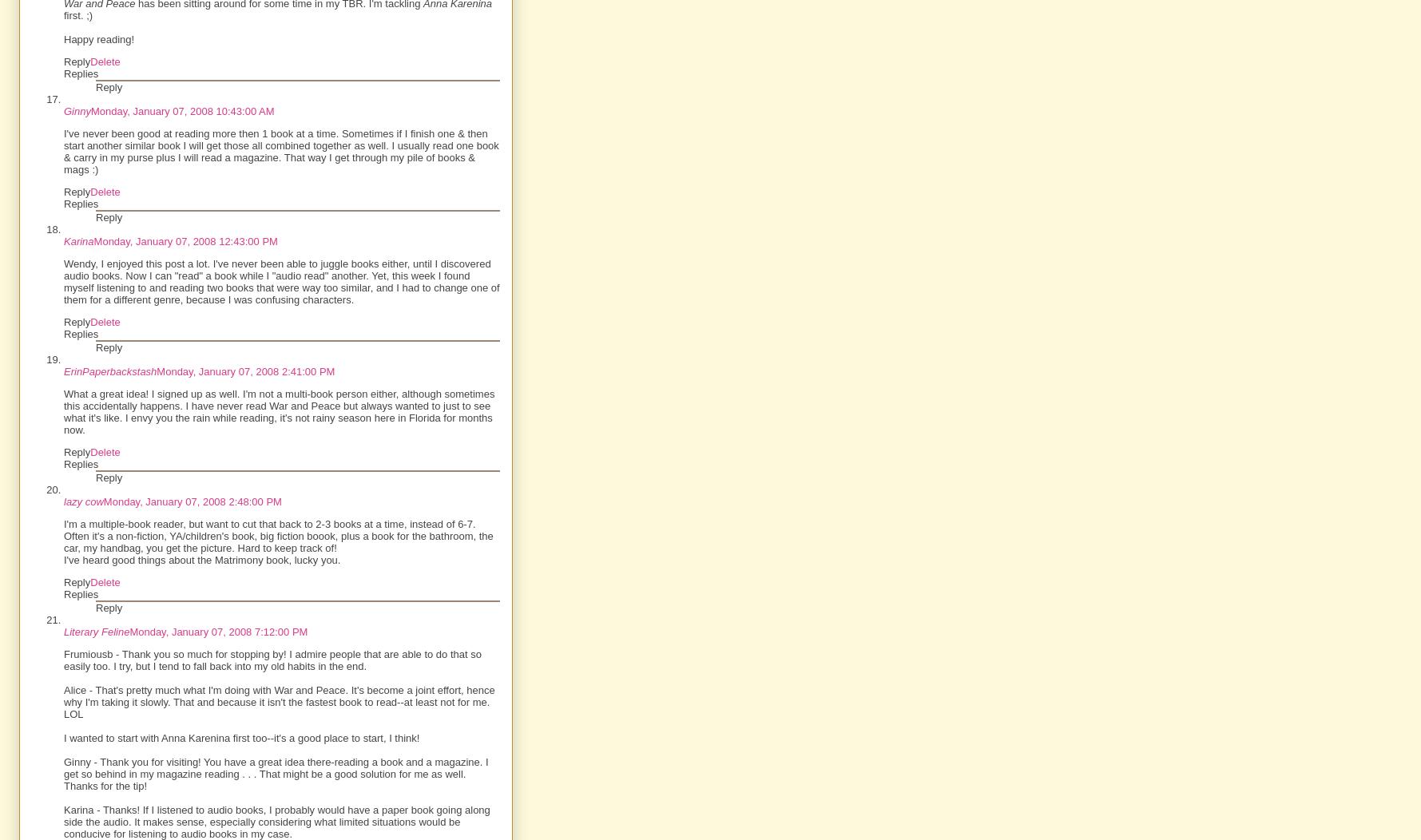 Image resolution: width=1421 pixels, height=840 pixels. I want to click on 'Frumiousb - Thank you so much for stopping by!  I admire people that are able to do that so easily too.  I try, but I tend to fall back into my old habits in the end.', so click(272, 660).